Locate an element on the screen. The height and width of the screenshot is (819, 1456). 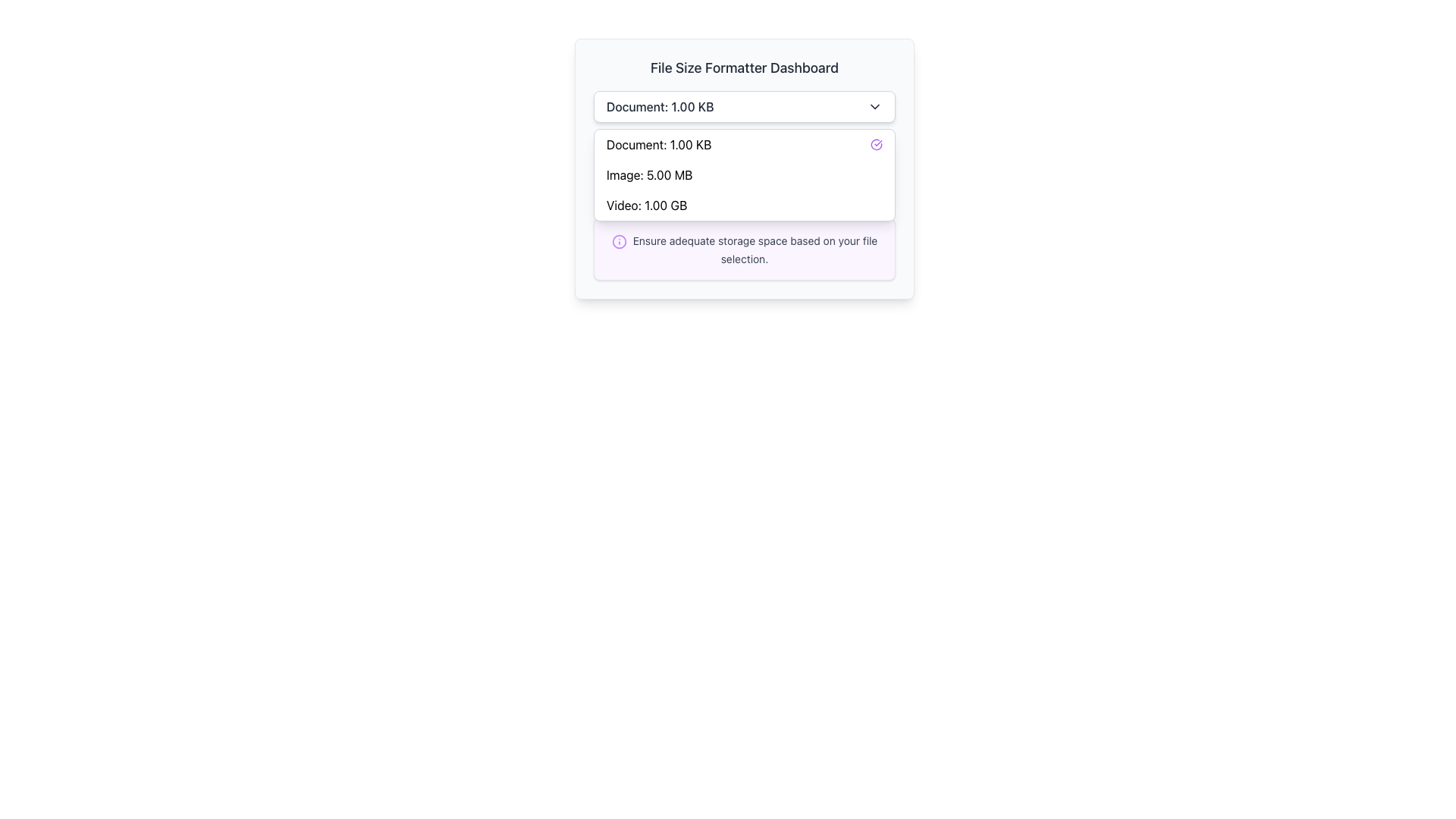
the text label displaying the file size in the dropdown menu under the 'File Size Formatter Dashboard' heading, located between 'Document: 1.00 KB' and 'Video: 1.00 GB' is located at coordinates (649, 174).